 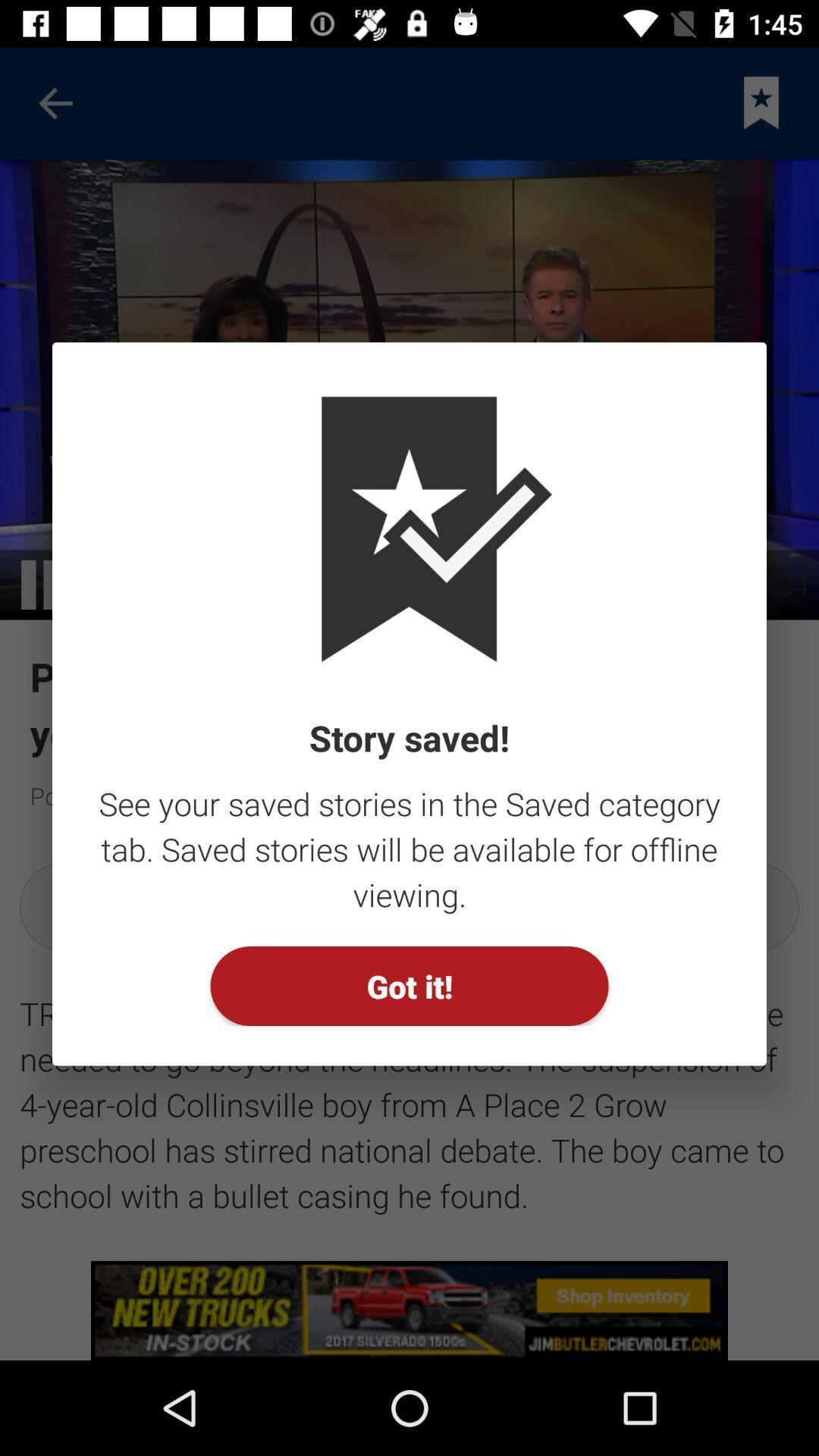 I want to click on app below the see your saved icon, so click(x=409, y=986).